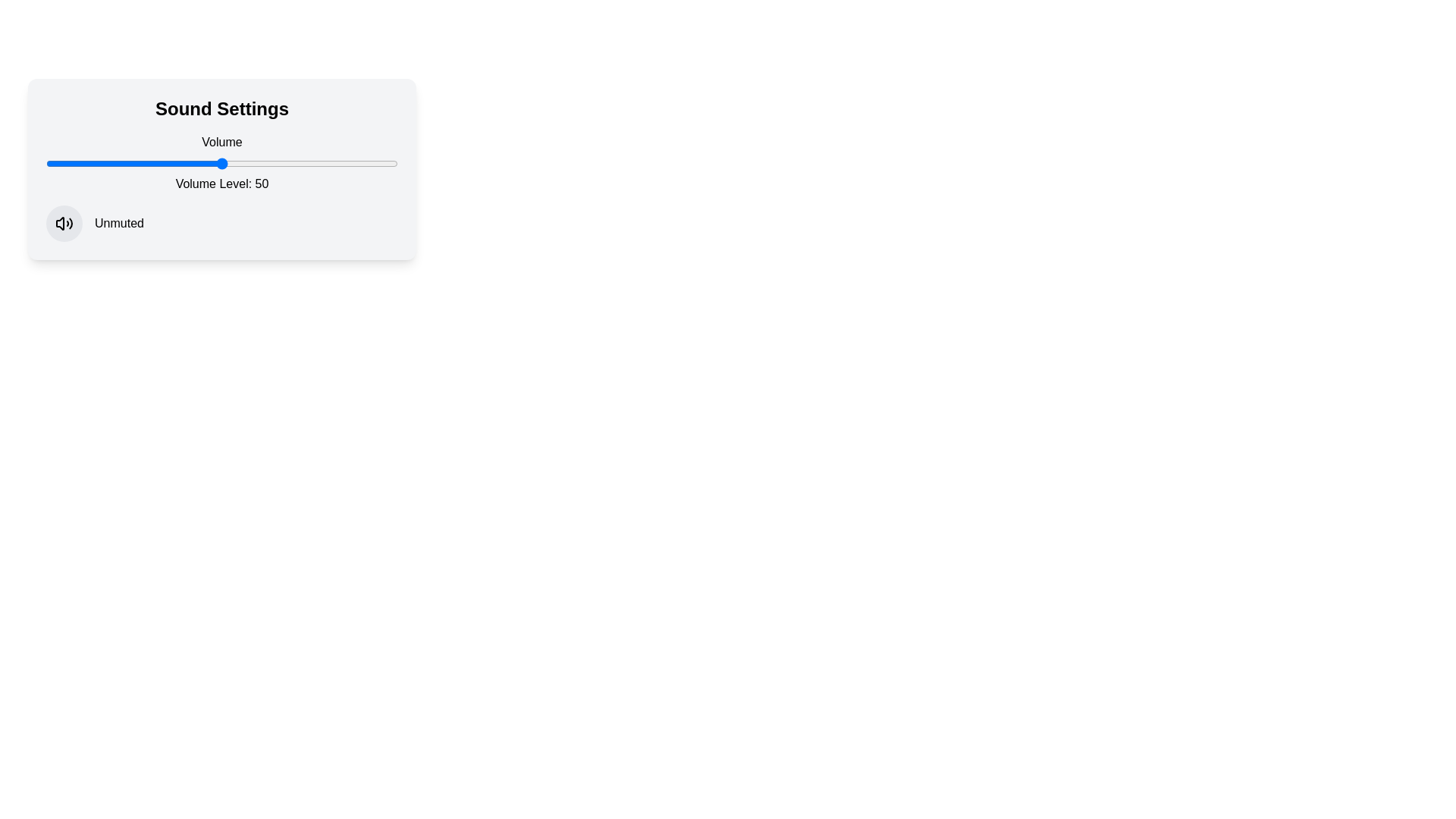 Image resolution: width=1456 pixels, height=819 pixels. I want to click on the volume level, so click(264, 164).